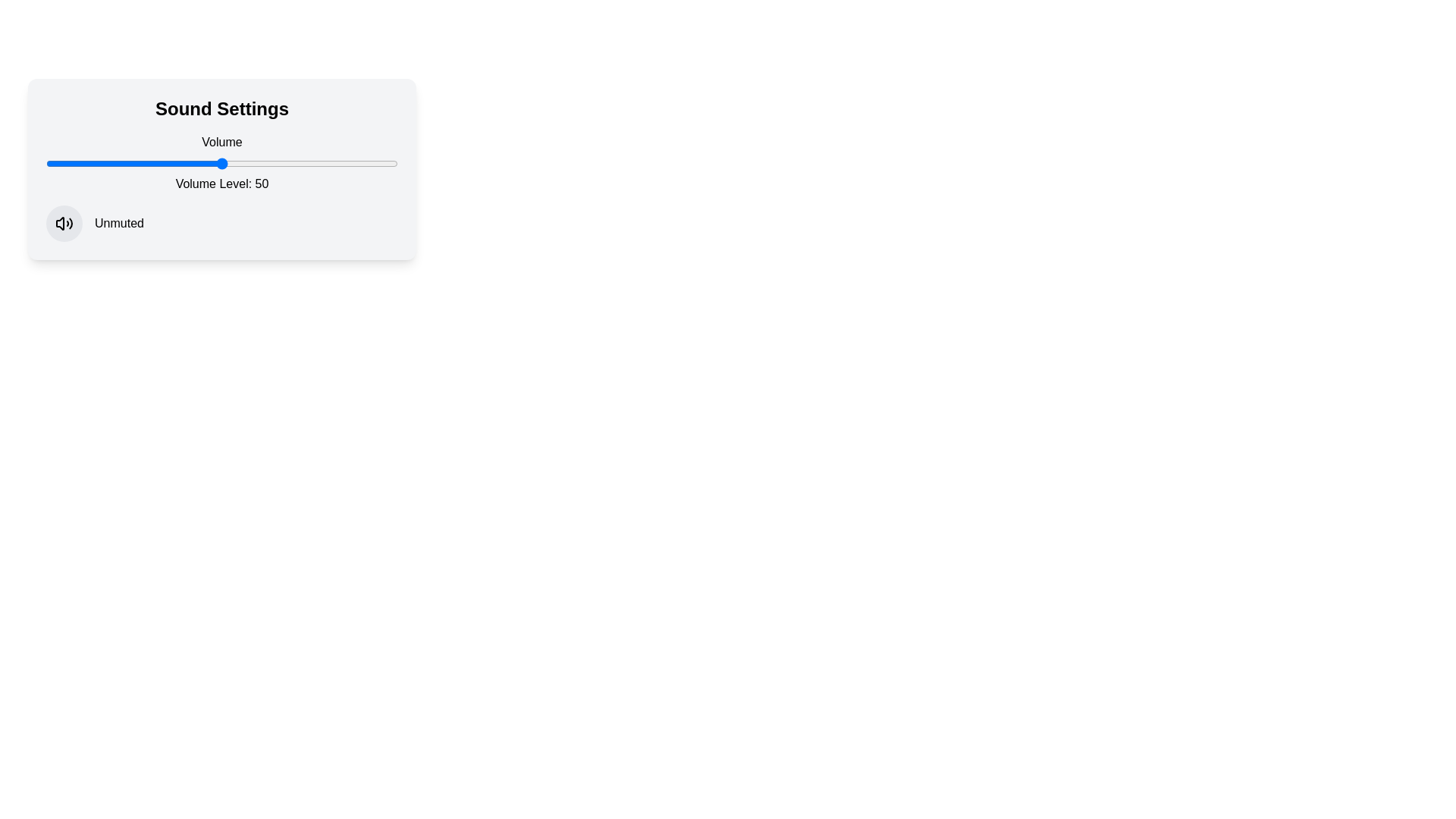 Image resolution: width=1456 pixels, height=819 pixels. I want to click on the volume level, so click(264, 164).